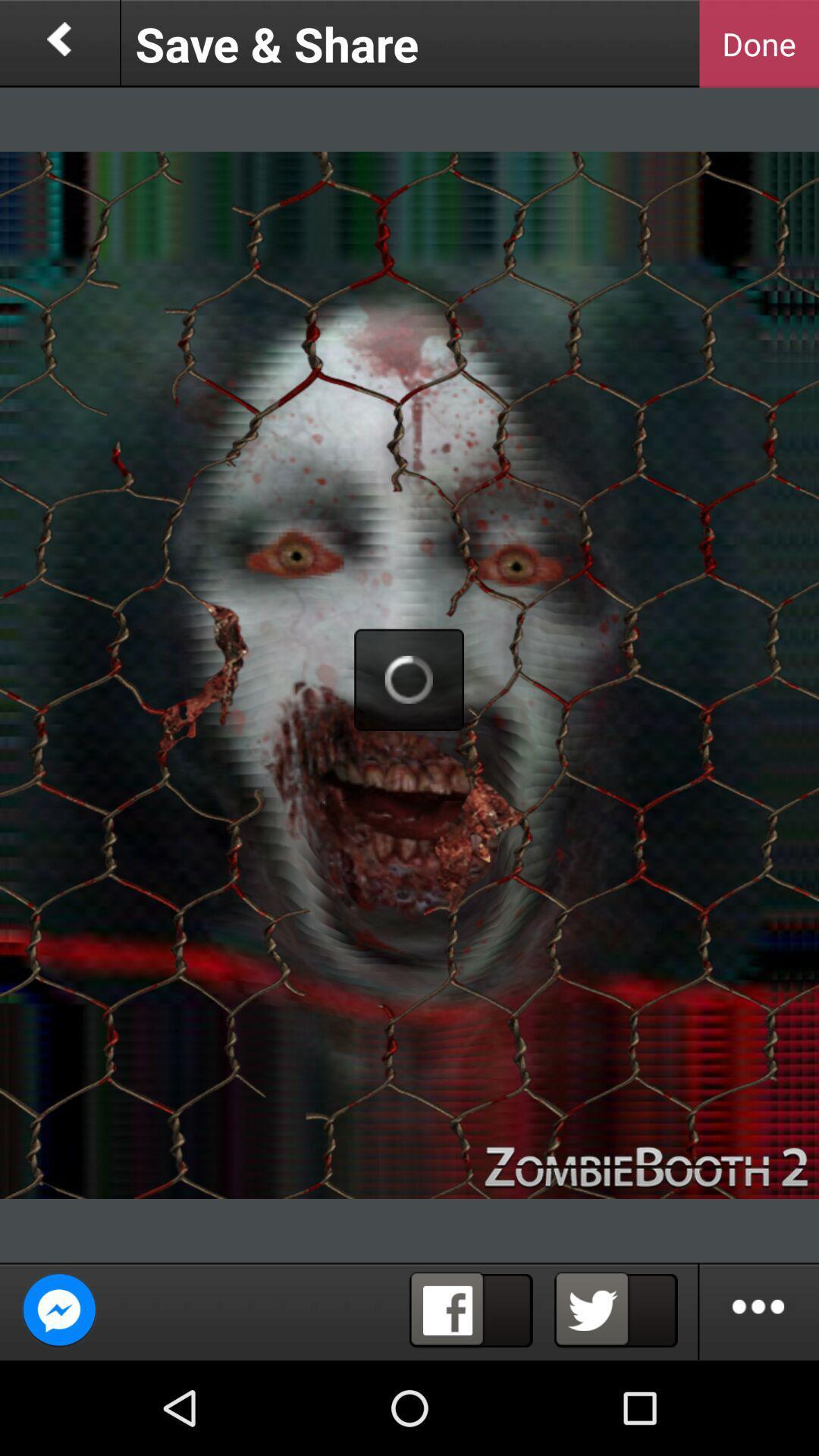 The width and height of the screenshot is (819, 1456). What do you see at coordinates (759, 1310) in the screenshot?
I see `more options` at bounding box center [759, 1310].